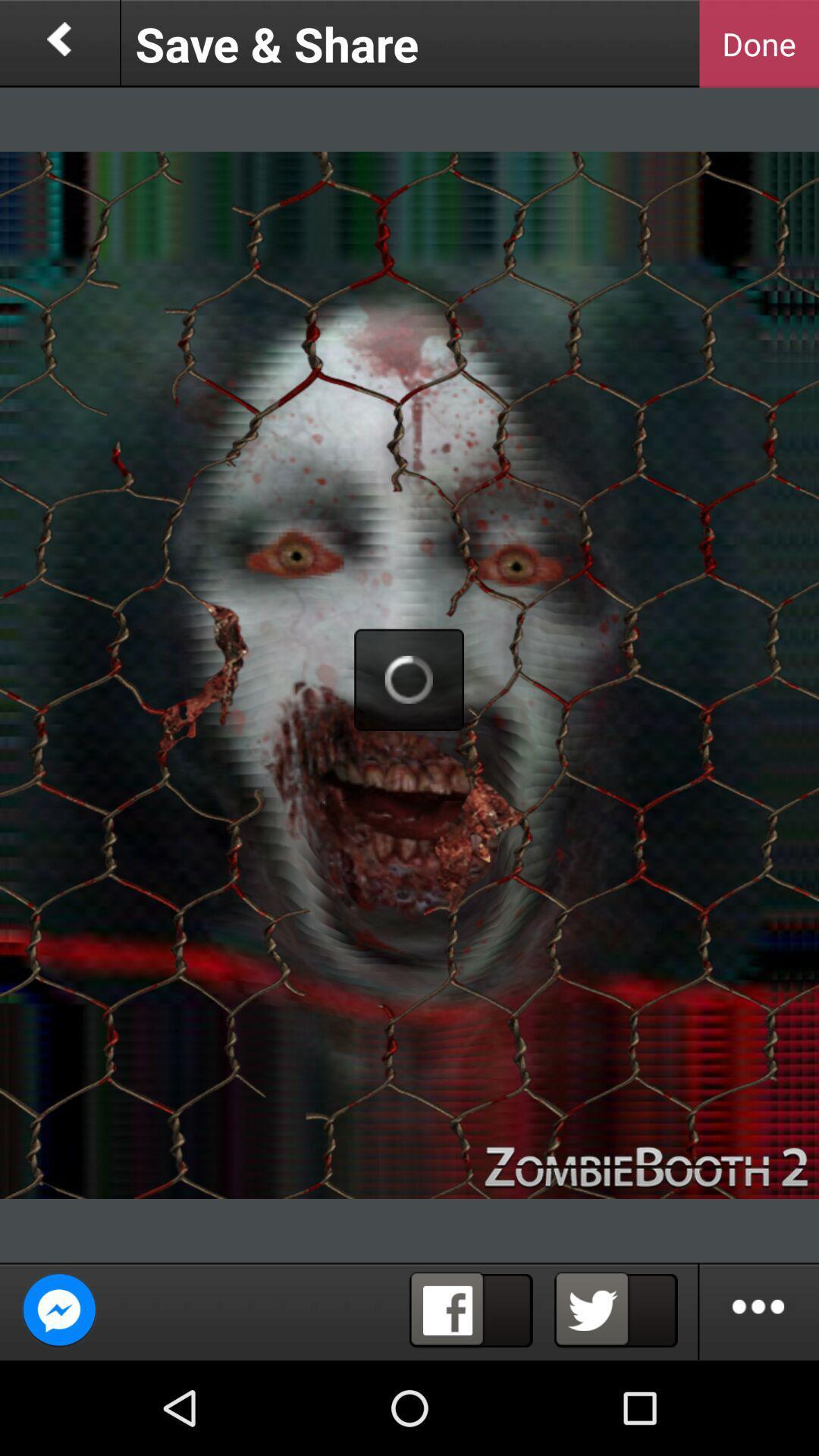 The width and height of the screenshot is (819, 1456). What do you see at coordinates (759, 1310) in the screenshot?
I see `more options` at bounding box center [759, 1310].